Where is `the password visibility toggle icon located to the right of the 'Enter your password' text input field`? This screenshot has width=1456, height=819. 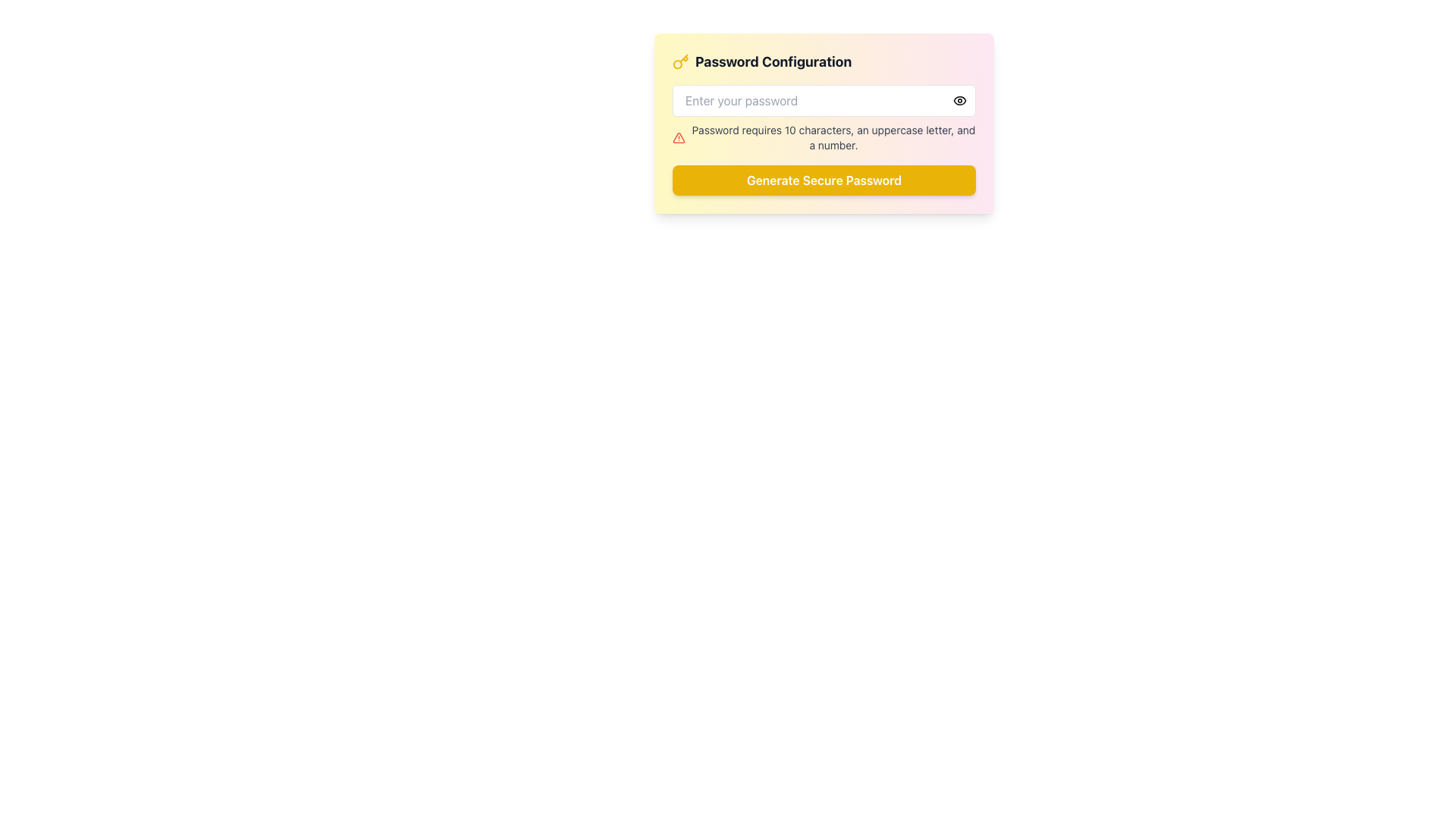
the password visibility toggle icon located to the right of the 'Enter your password' text input field is located at coordinates (959, 100).